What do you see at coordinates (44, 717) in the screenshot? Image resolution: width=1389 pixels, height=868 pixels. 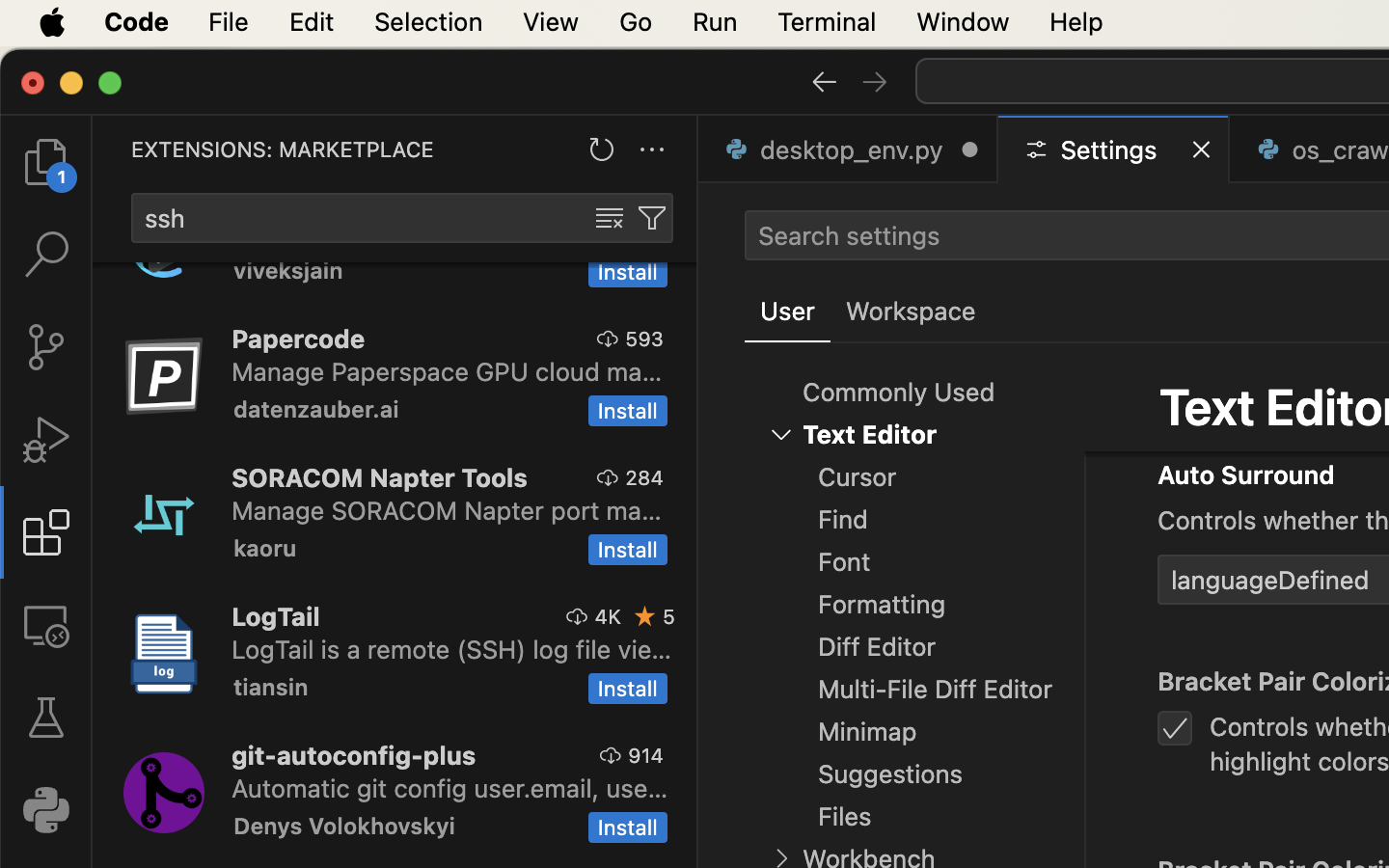 I see `''` at bounding box center [44, 717].